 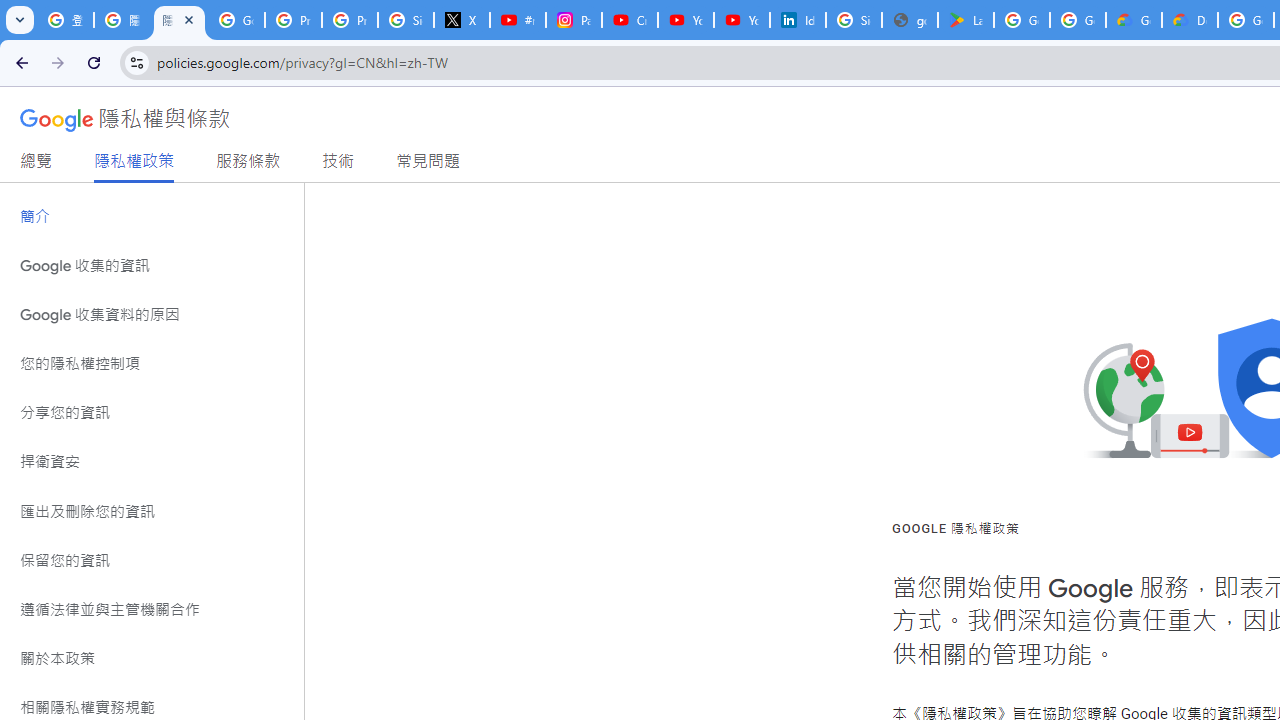 I want to click on 'Sign in - Google Accounts', so click(x=853, y=20).